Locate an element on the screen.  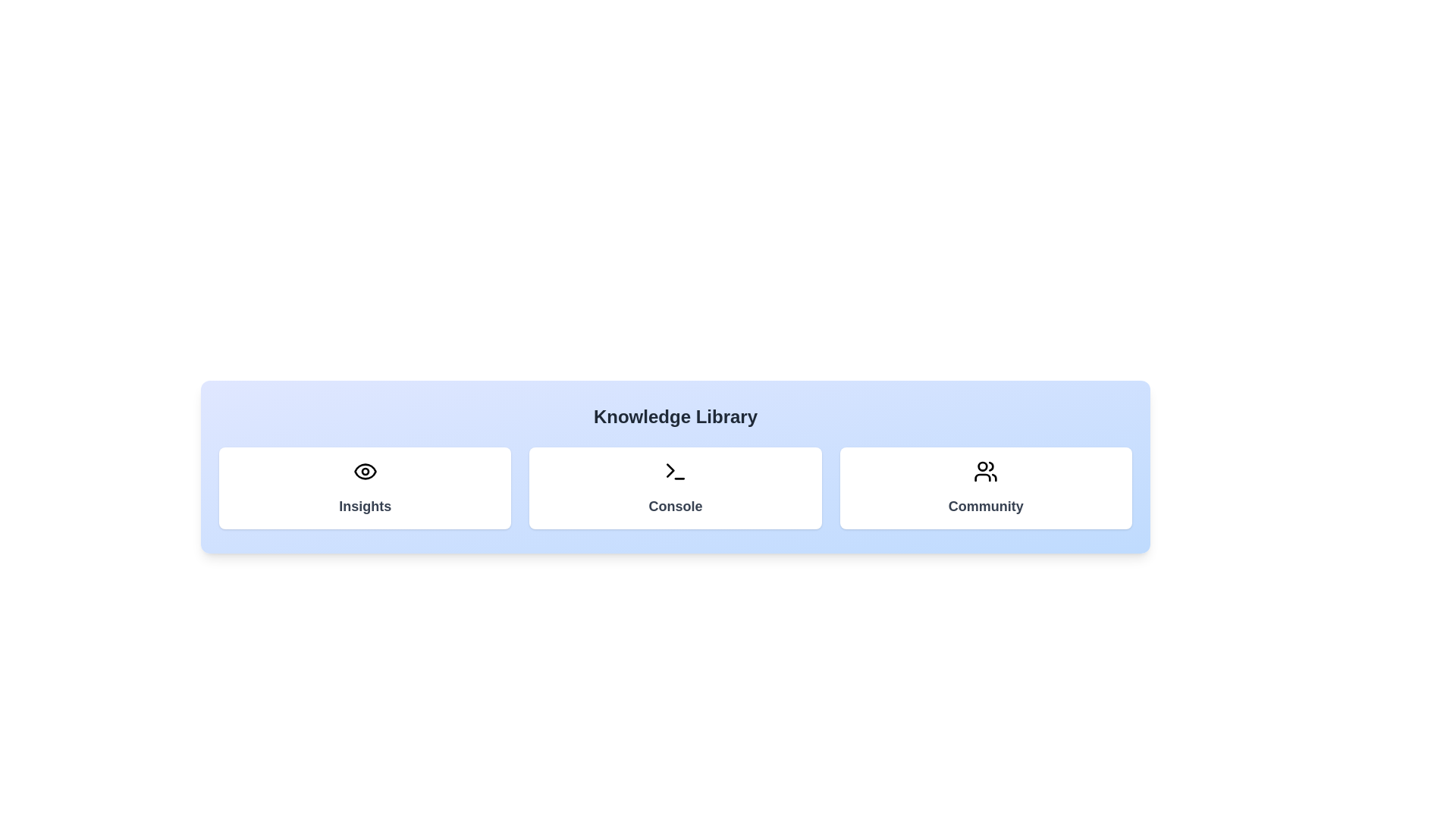
the interactive terminal prompt icon located at the center of the 'Console' card in the Knowledge Library section is located at coordinates (675, 470).